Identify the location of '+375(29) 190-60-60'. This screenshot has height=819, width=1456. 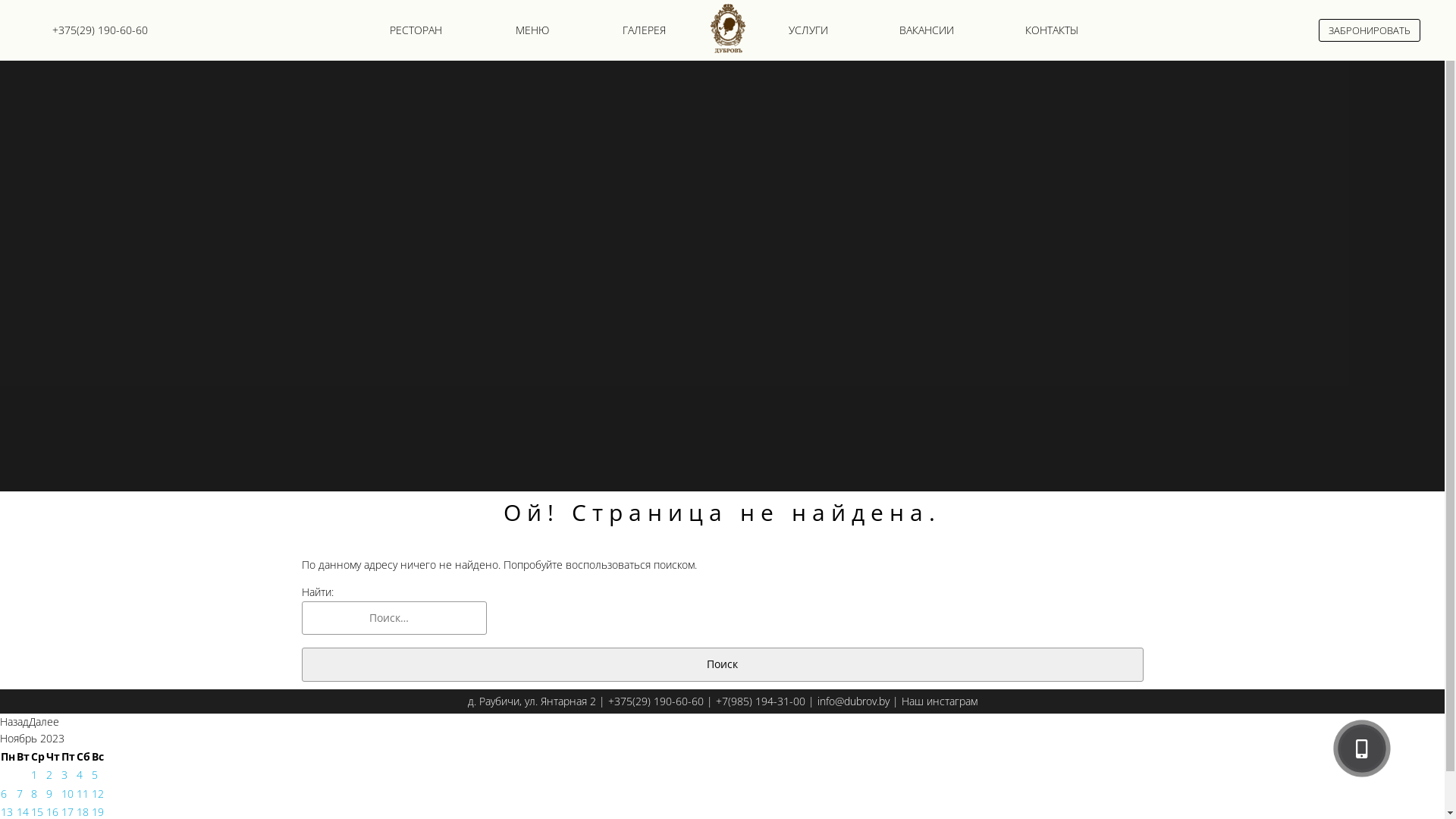
(52, 30).